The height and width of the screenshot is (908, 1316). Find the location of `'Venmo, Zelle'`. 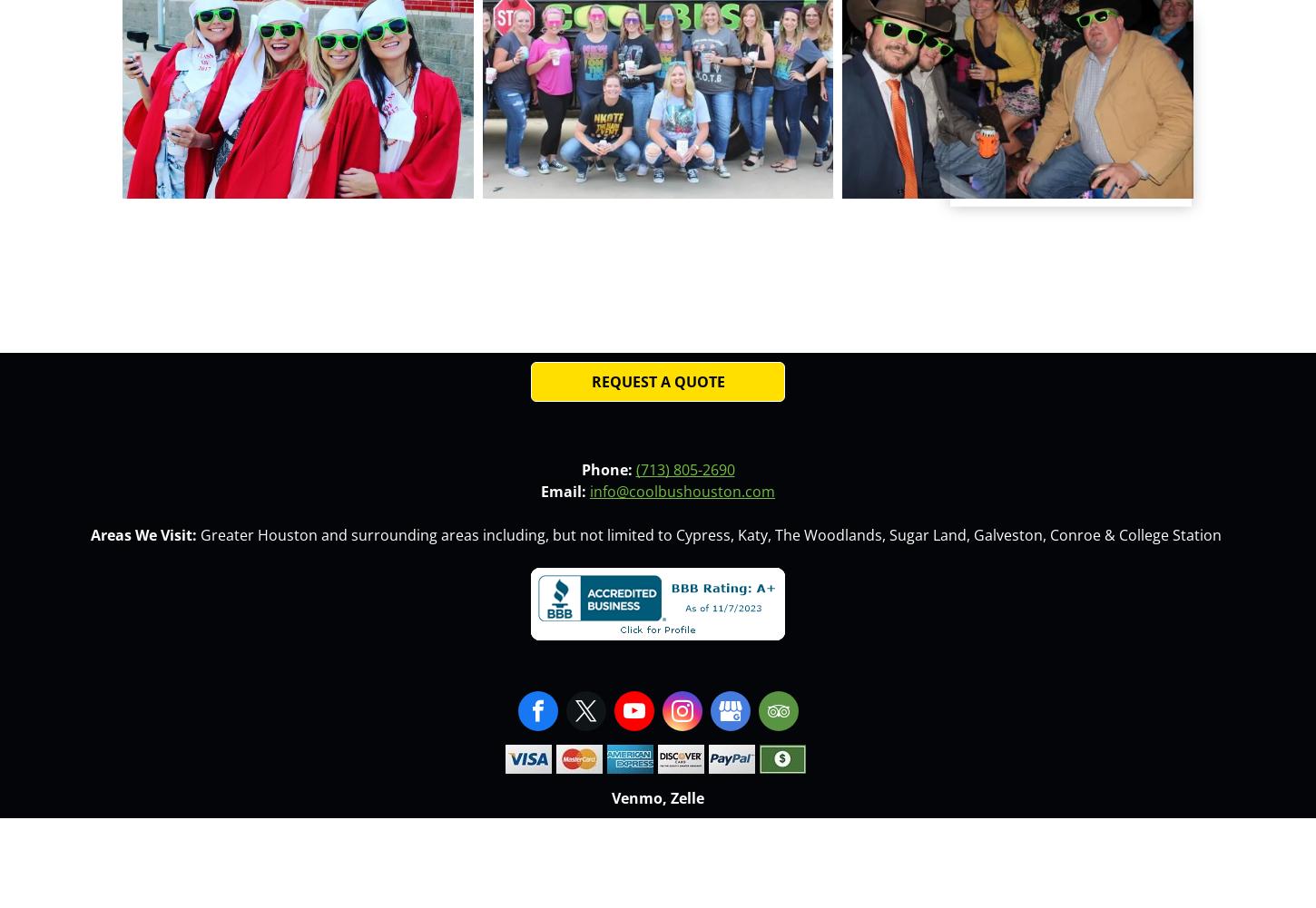

'Venmo, Zelle' is located at coordinates (658, 796).